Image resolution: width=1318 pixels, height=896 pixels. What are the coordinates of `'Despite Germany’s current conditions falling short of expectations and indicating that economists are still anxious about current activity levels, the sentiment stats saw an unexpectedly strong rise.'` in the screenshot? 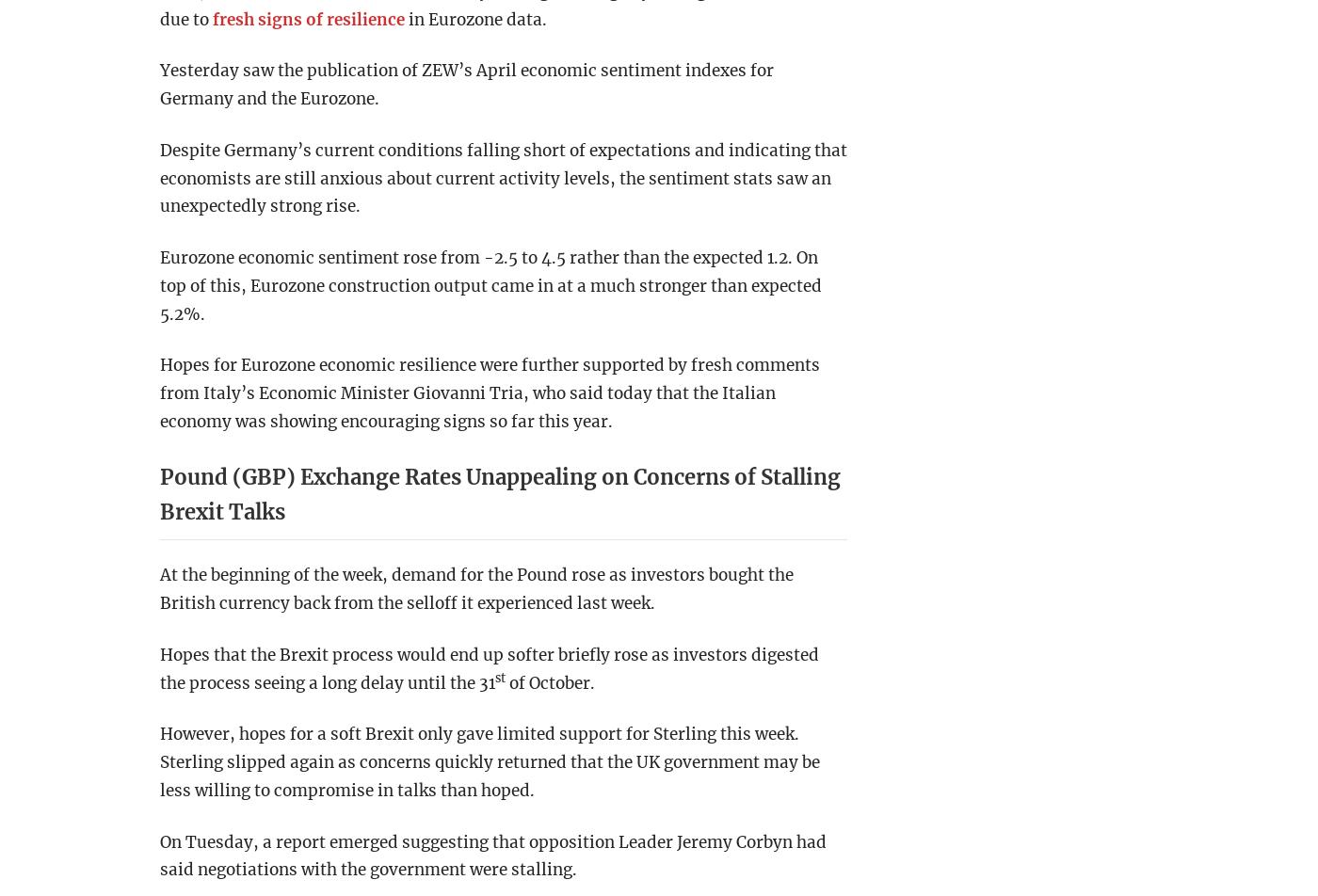 It's located at (503, 177).